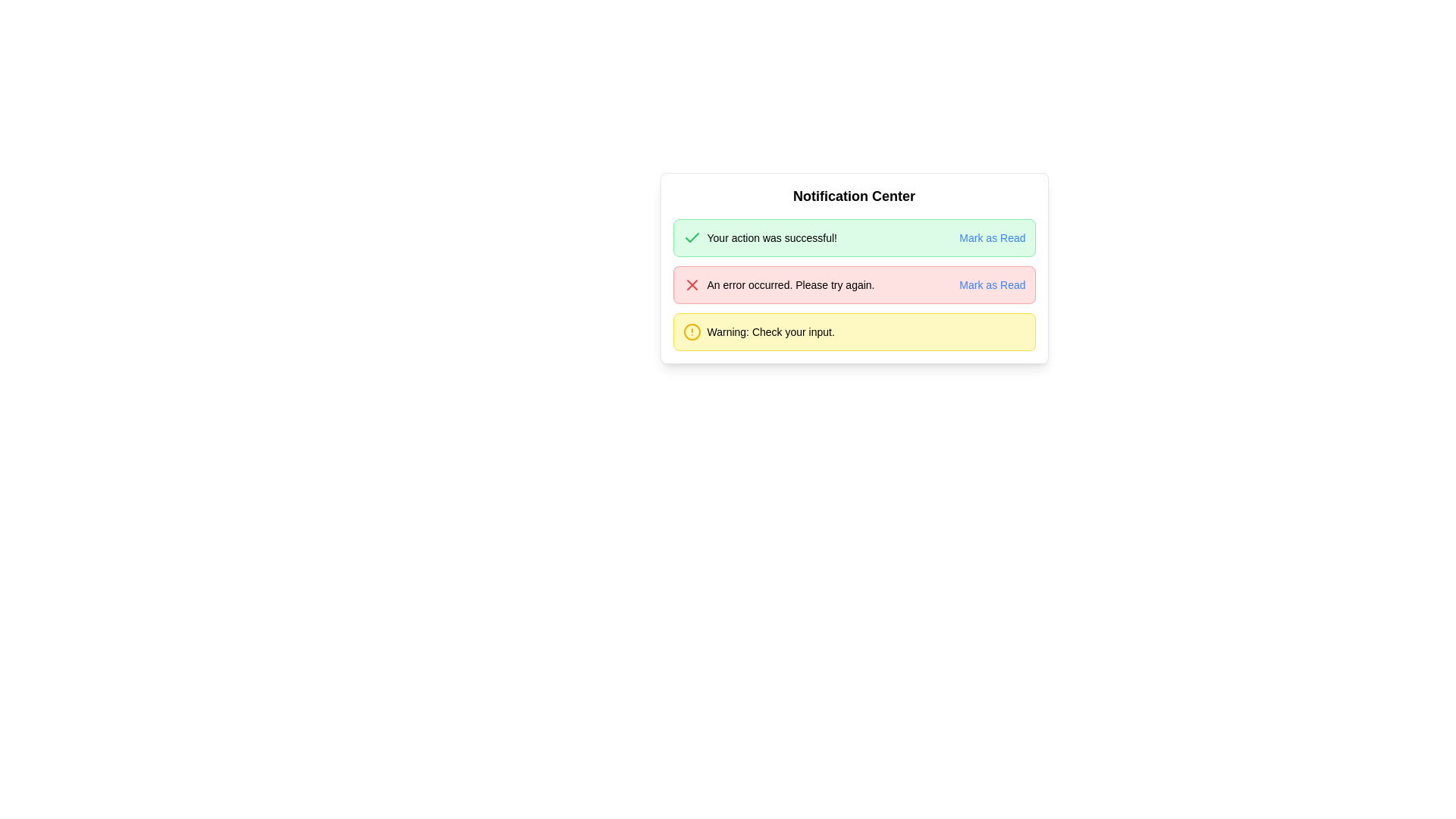  Describe the element at coordinates (770, 331) in the screenshot. I see `the warning message text label located near the bottom of the notification list, positioned to the right of the cautionary alert icon` at that location.